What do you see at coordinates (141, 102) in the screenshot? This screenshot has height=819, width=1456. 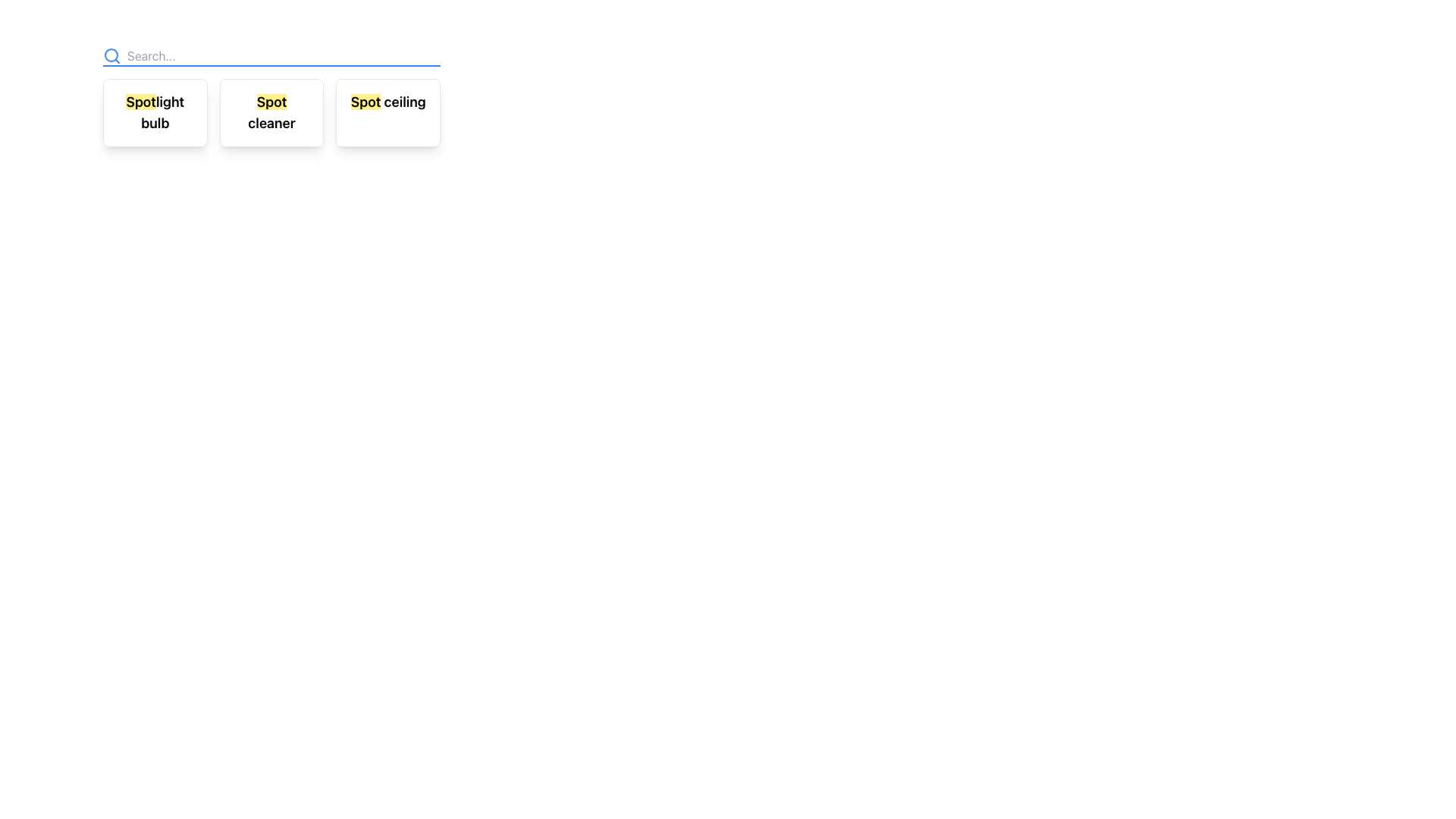 I see `the highlighted content of the text label displaying the word 'Spot' with a yellow background, which is the first word in the phrase 'Spotlight bulb.'` at bounding box center [141, 102].